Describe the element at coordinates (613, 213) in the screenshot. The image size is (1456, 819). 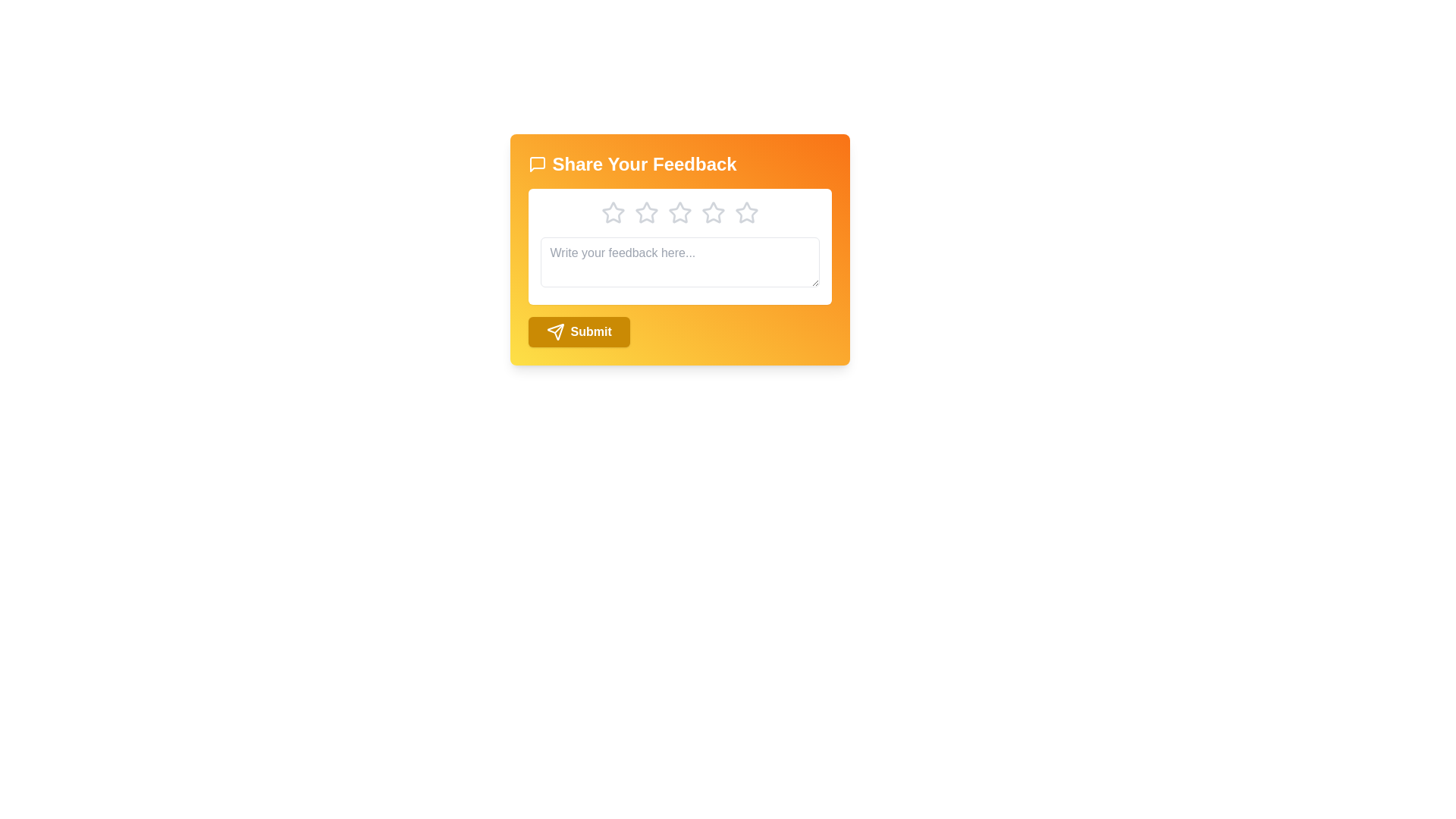
I see `the first star icon in the rating section` at that location.